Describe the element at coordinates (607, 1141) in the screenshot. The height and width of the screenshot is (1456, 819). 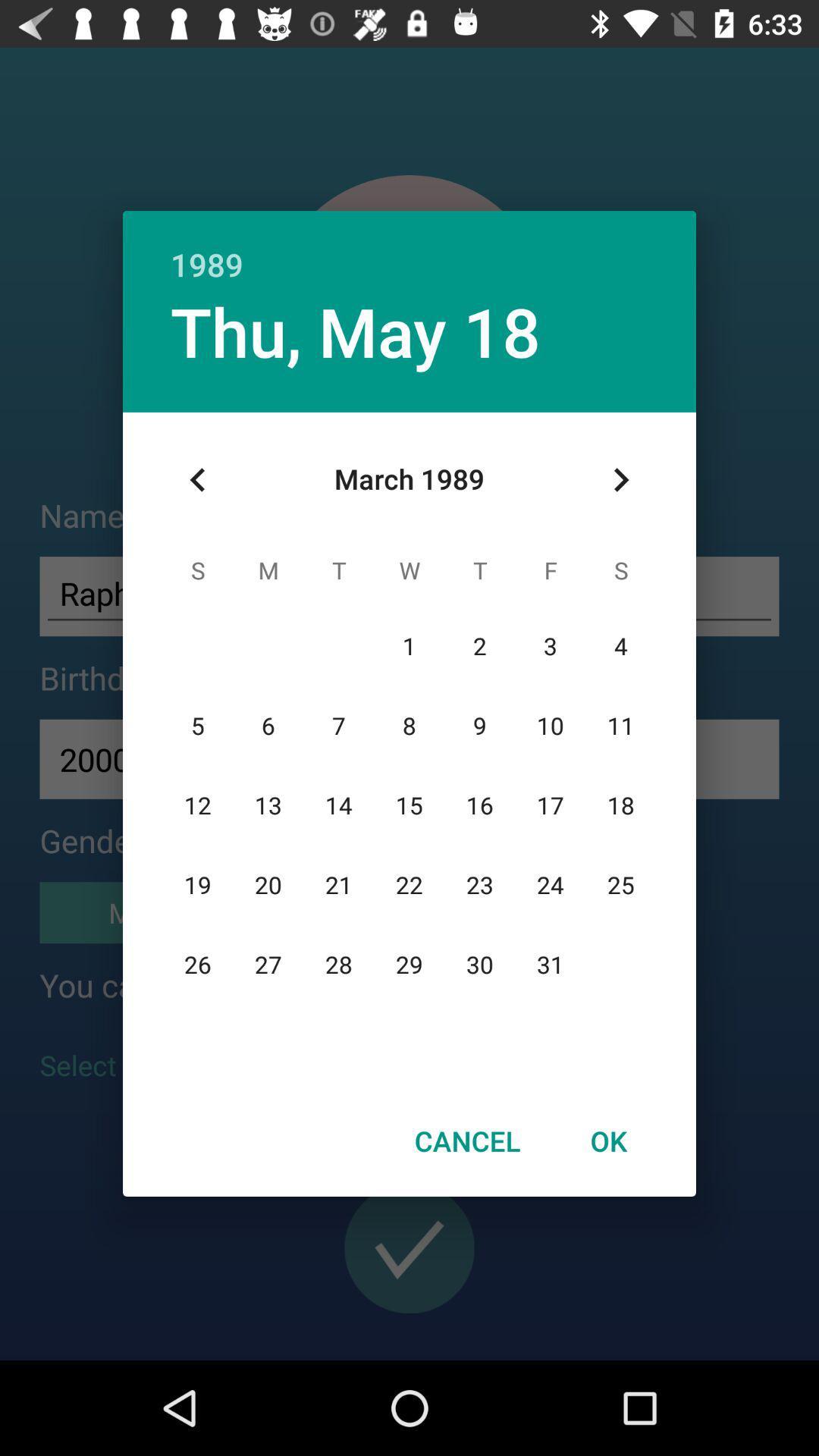
I see `the ok at the bottom right corner` at that location.